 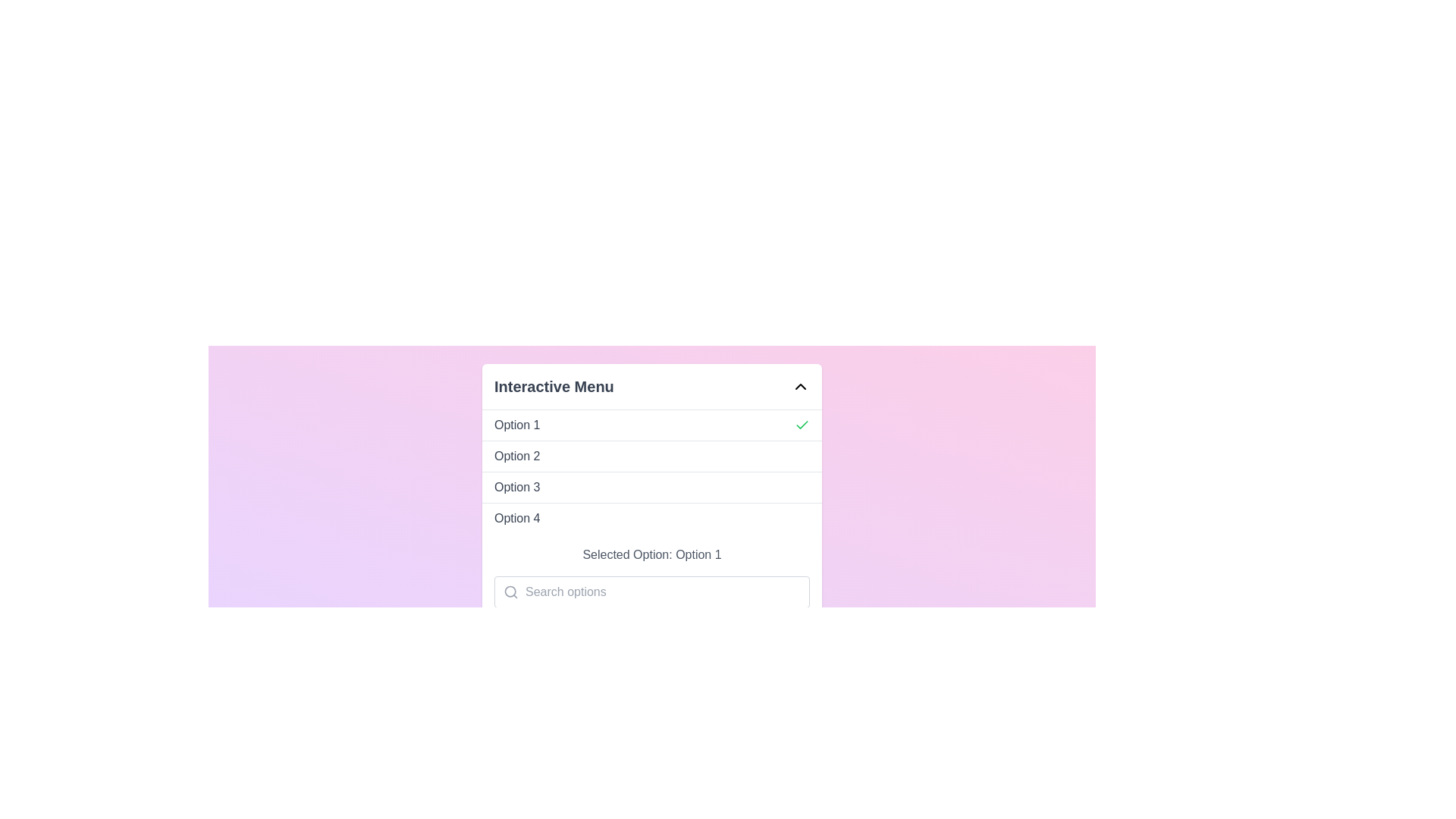 What do you see at coordinates (651, 516) in the screenshot?
I see `the 'Option 4' menu item in the vertical dropdown menu` at bounding box center [651, 516].